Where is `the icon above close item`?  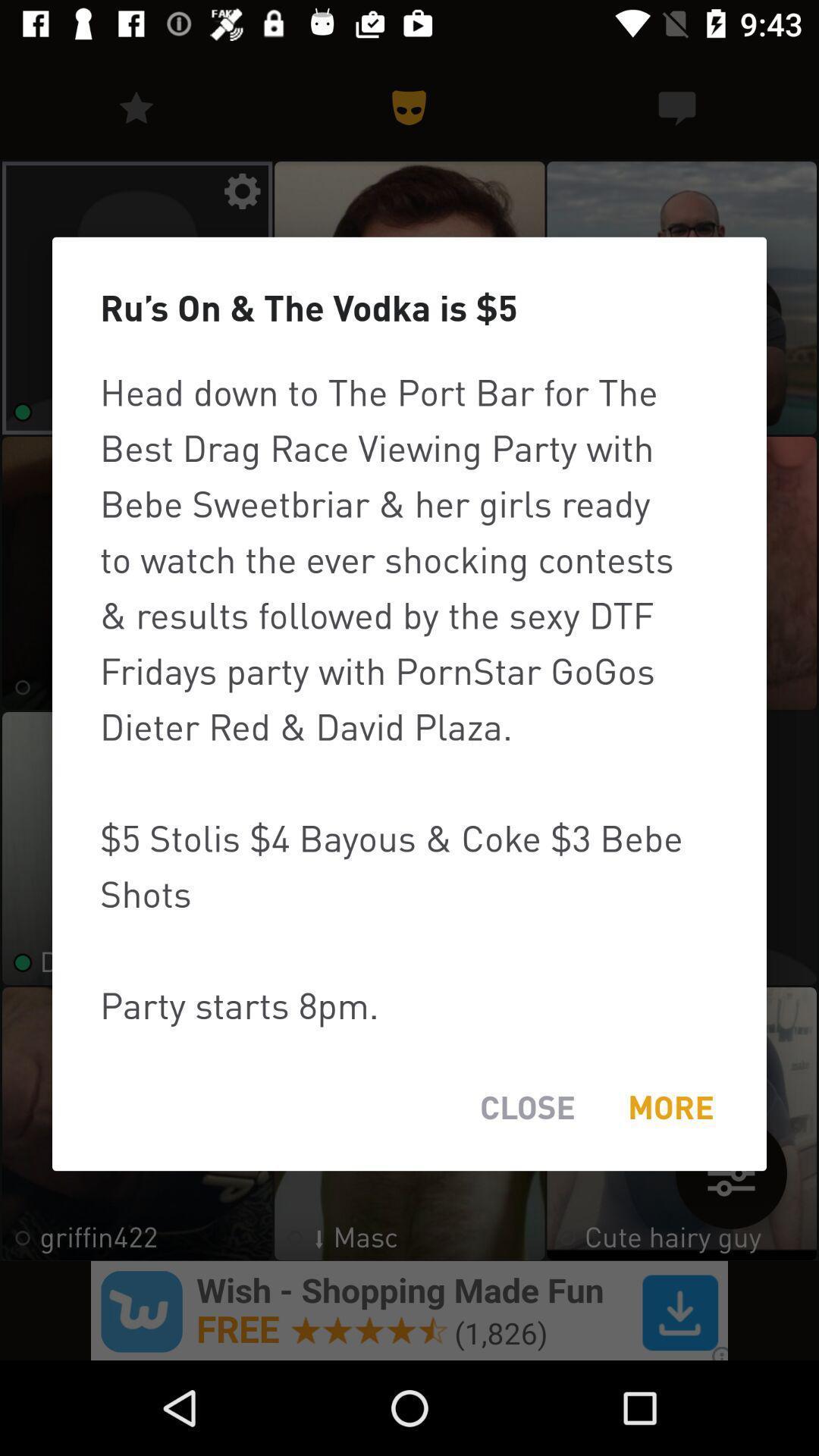 the icon above close item is located at coordinates (409, 698).